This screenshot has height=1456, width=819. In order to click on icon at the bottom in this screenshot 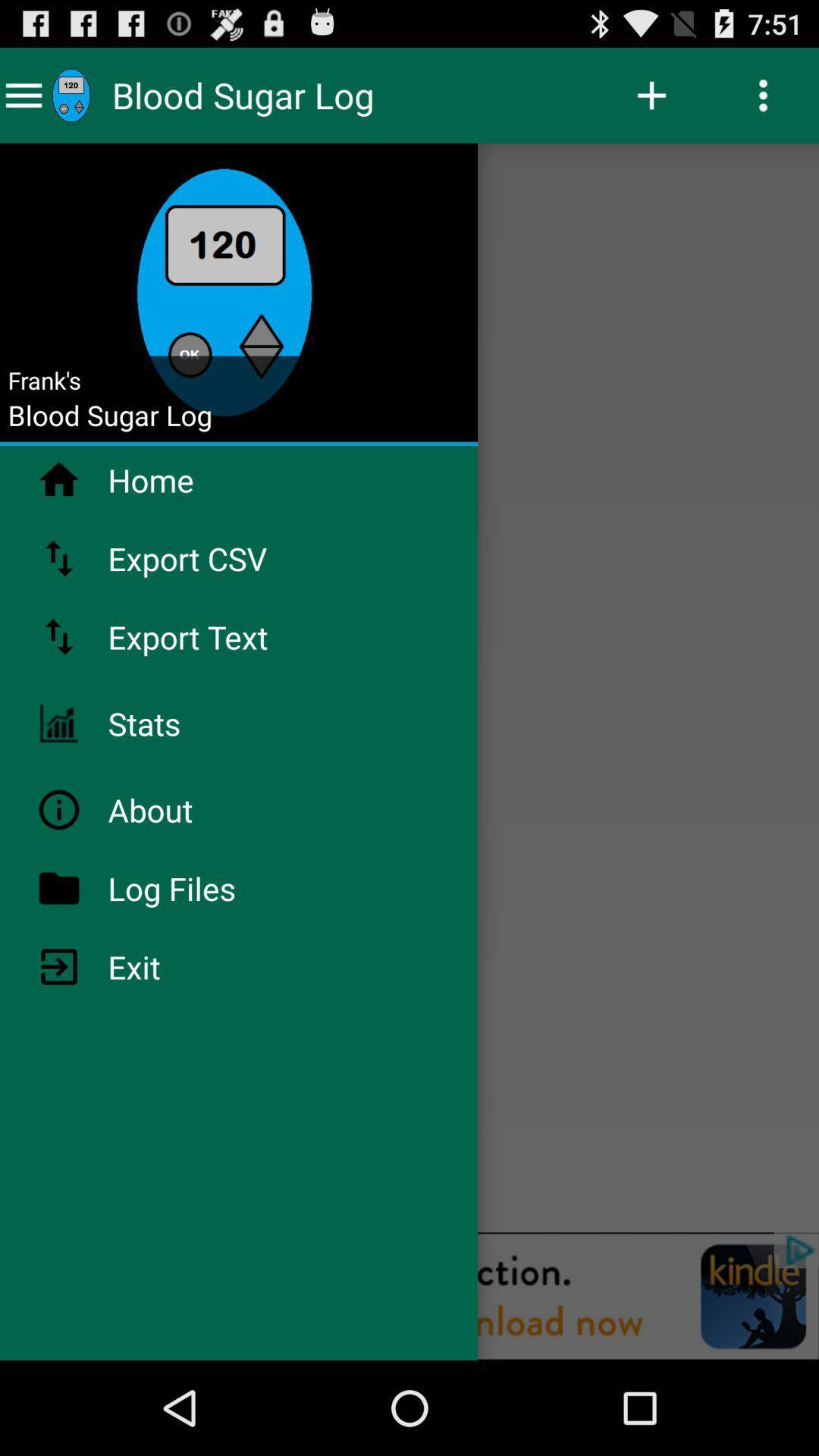, I will do `click(409, 1295)`.